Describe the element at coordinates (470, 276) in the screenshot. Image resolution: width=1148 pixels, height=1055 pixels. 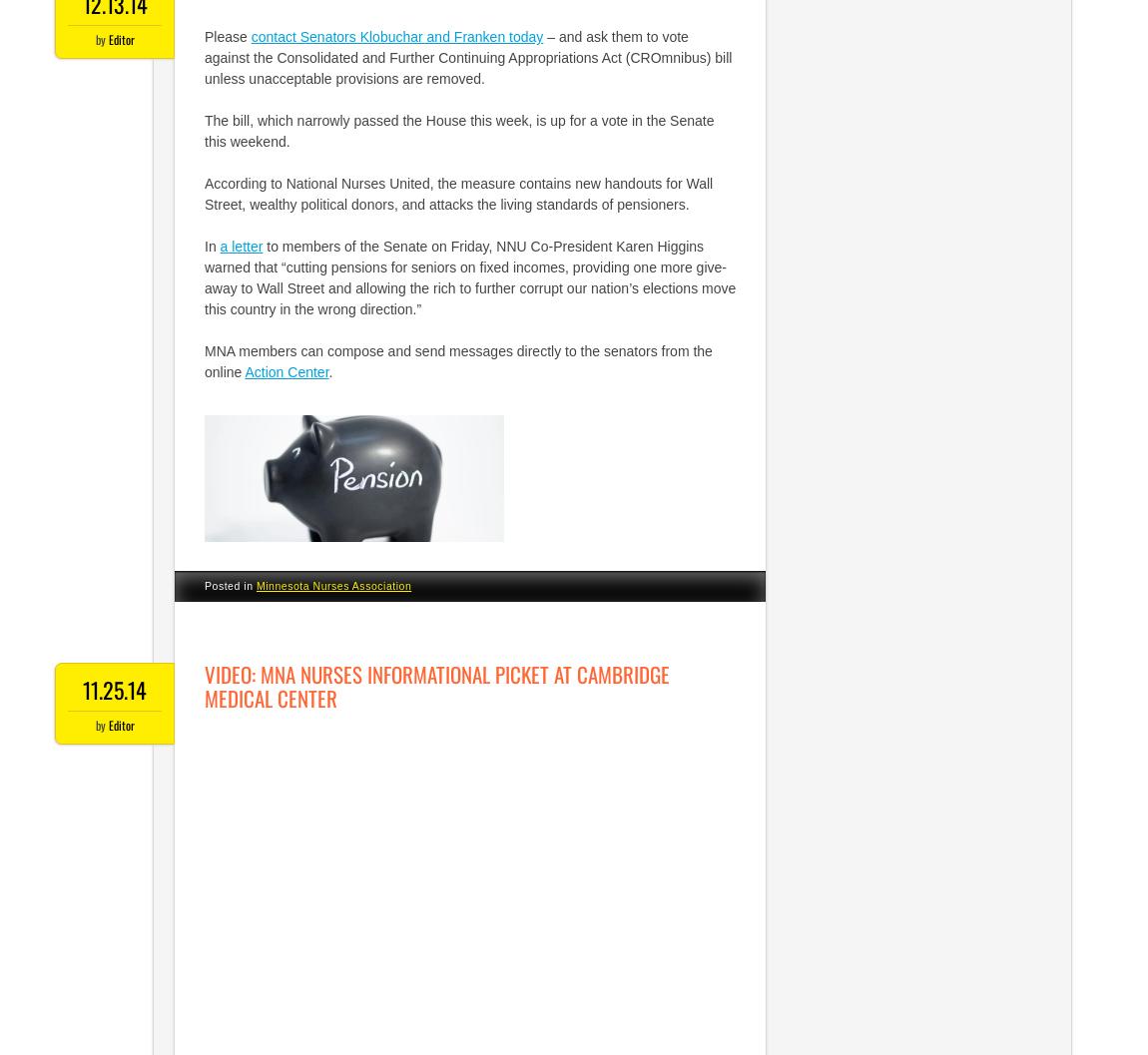
I see `'to members of the Senate on Friday, NNU Co-President Karen Higgins warned that “cutting pensions for seniors on fixed incomes, providing one more give-away to Wall Street and allowing the rich to further corrupt our nation’s elections move this country in the wrong direction.”'` at that location.